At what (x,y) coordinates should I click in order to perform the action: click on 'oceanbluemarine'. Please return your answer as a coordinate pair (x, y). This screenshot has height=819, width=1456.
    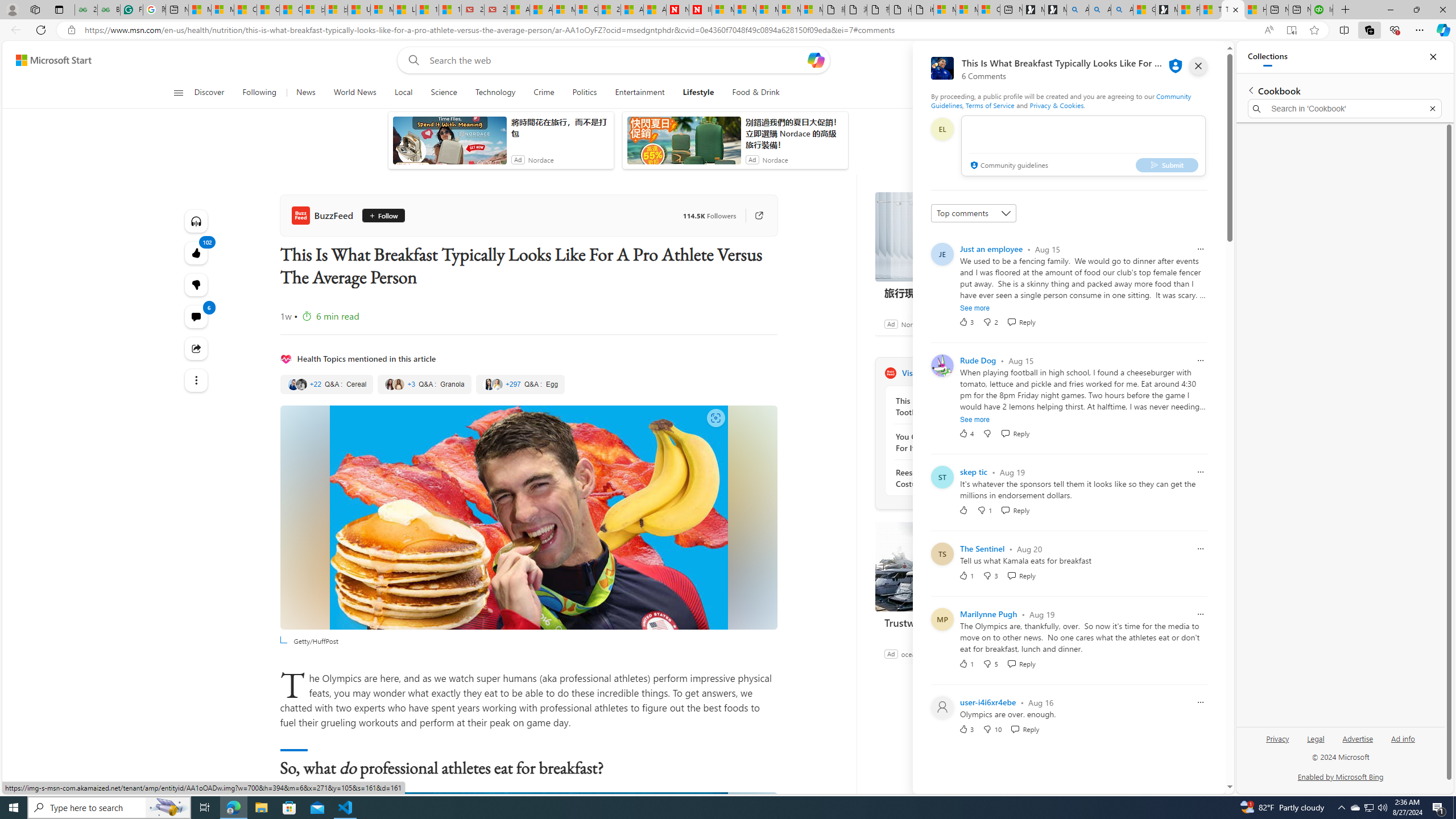
    Looking at the image, I should click on (927, 653).